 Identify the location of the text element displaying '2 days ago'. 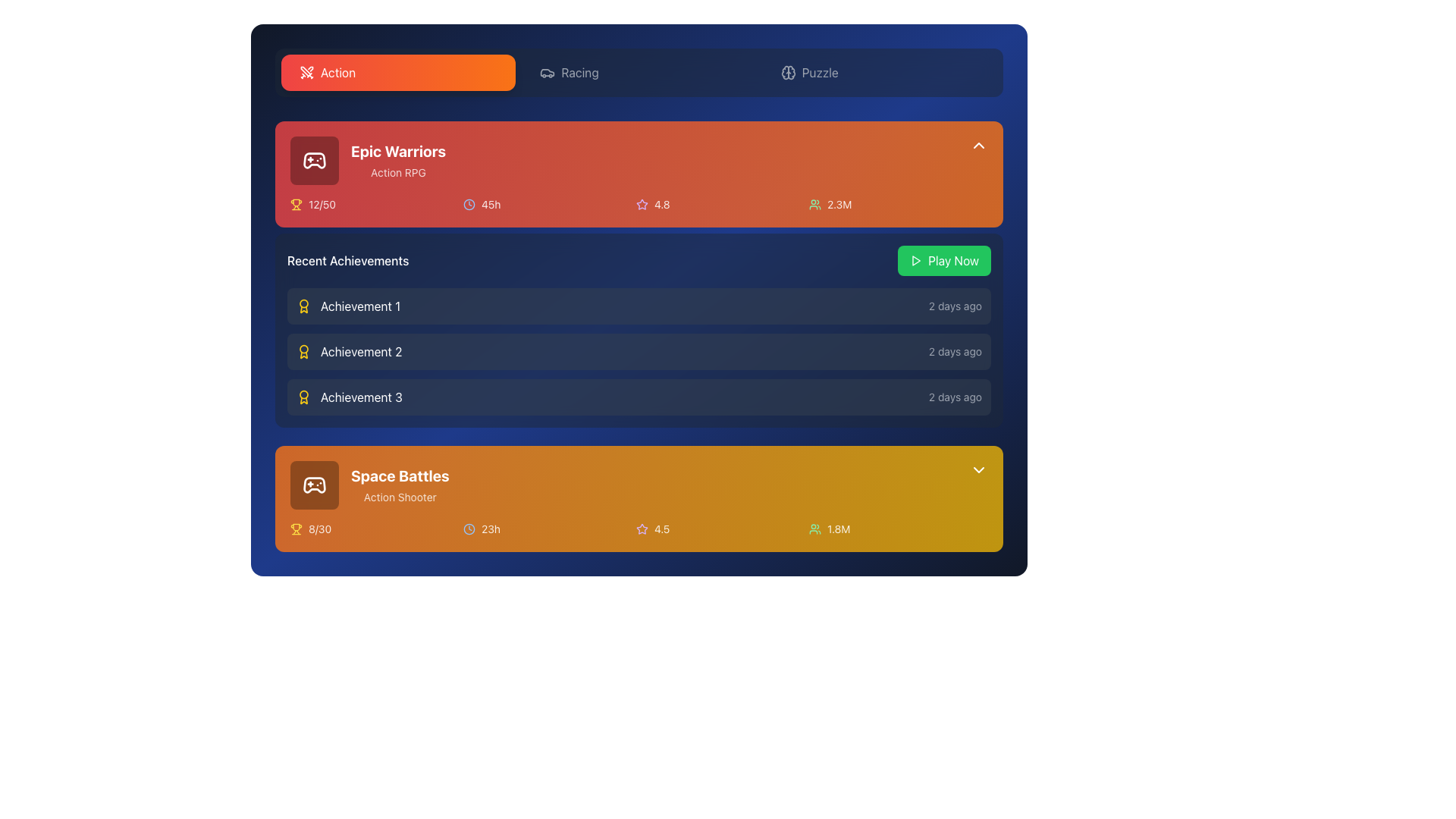
(954, 306).